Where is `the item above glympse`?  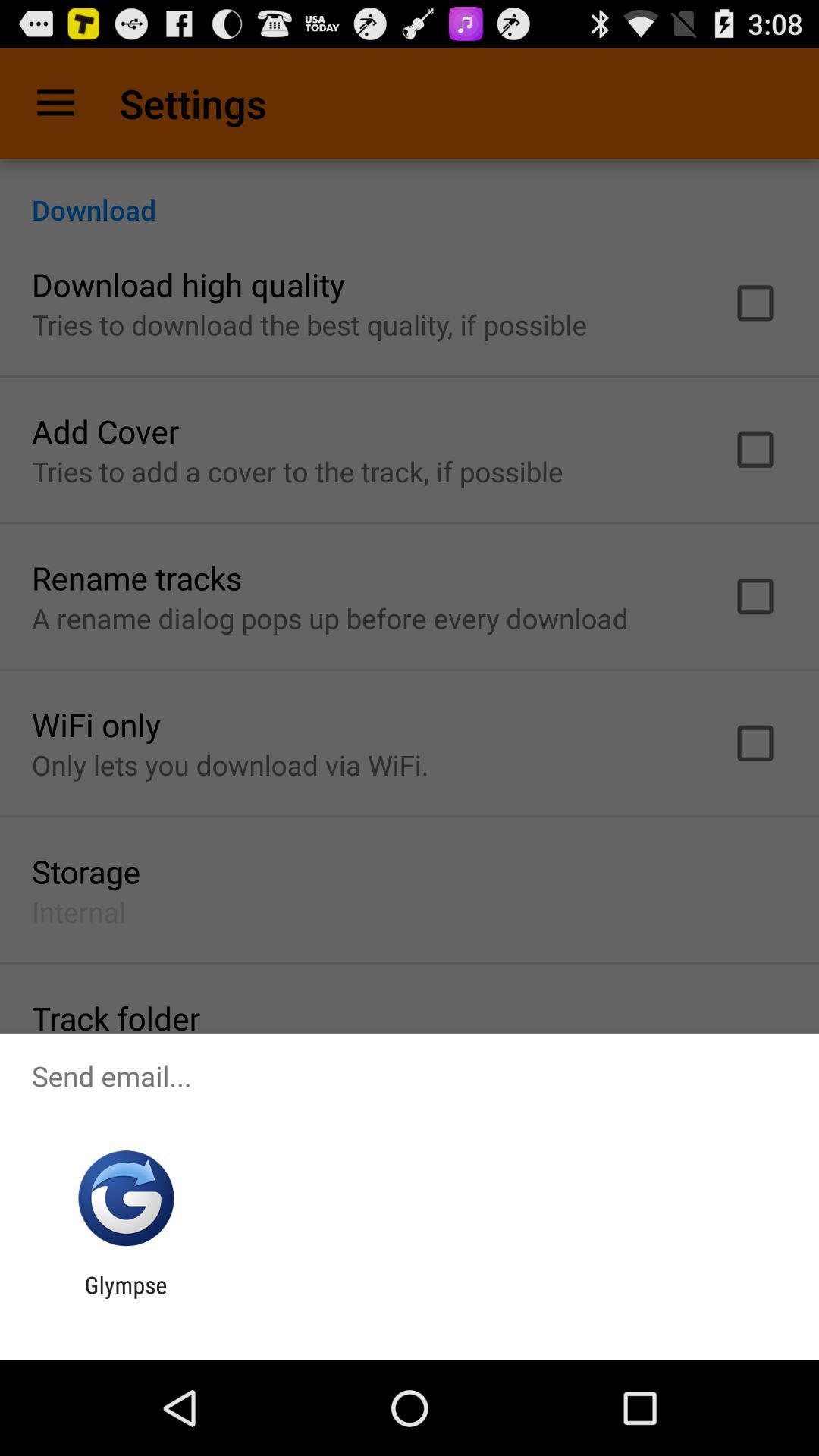 the item above glympse is located at coordinates (125, 1197).